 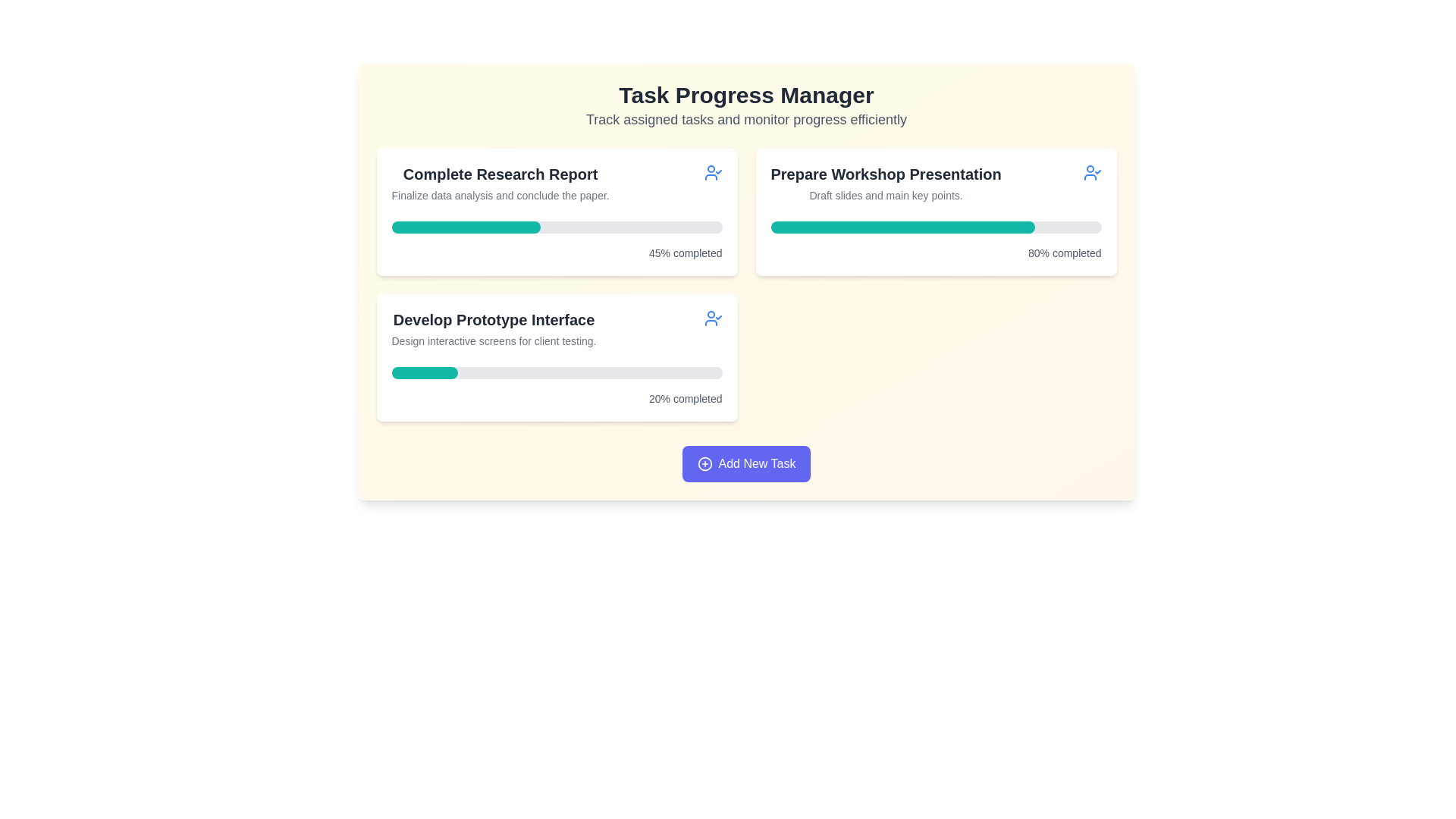 I want to click on the progress bar indicating 80% completion located in the 'Prepare Workshop Presentation' card, which is beneath the description 'Draft slides and main key points.', so click(x=935, y=227).